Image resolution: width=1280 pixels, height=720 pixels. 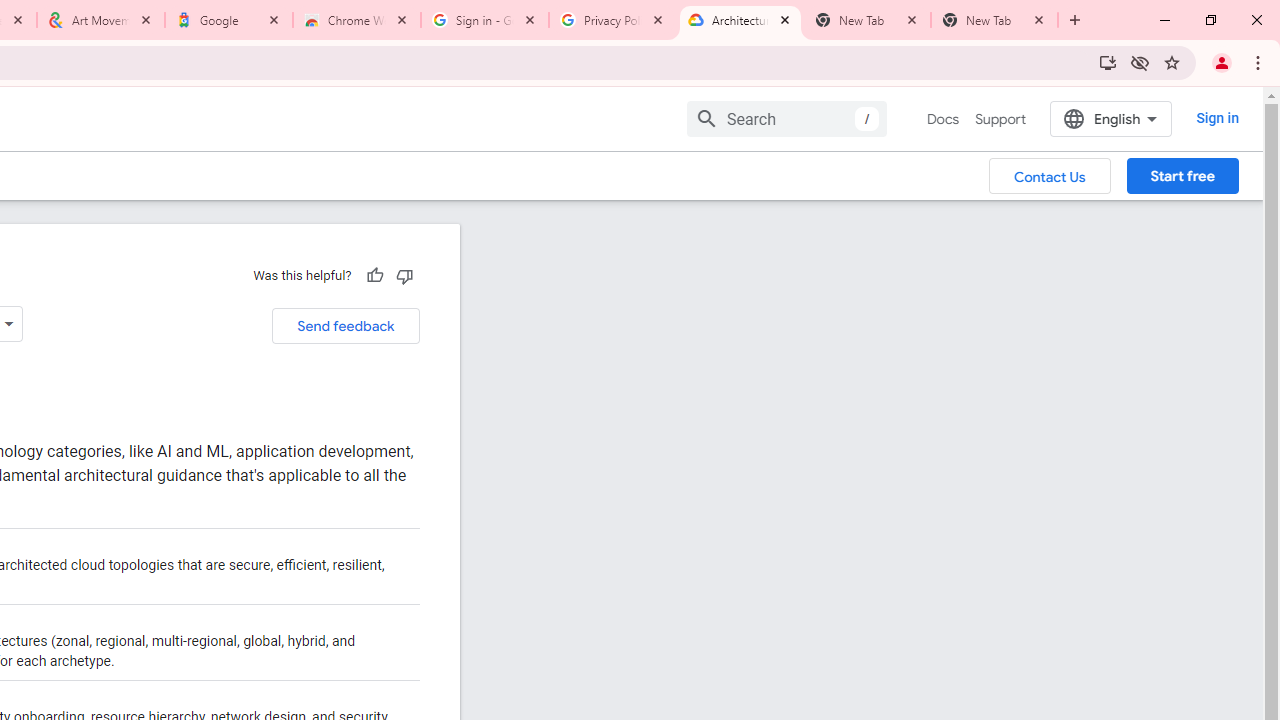 What do you see at coordinates (1110, 118) in the screenshot?
I see `'English'` at bounding box center [1110, 118].